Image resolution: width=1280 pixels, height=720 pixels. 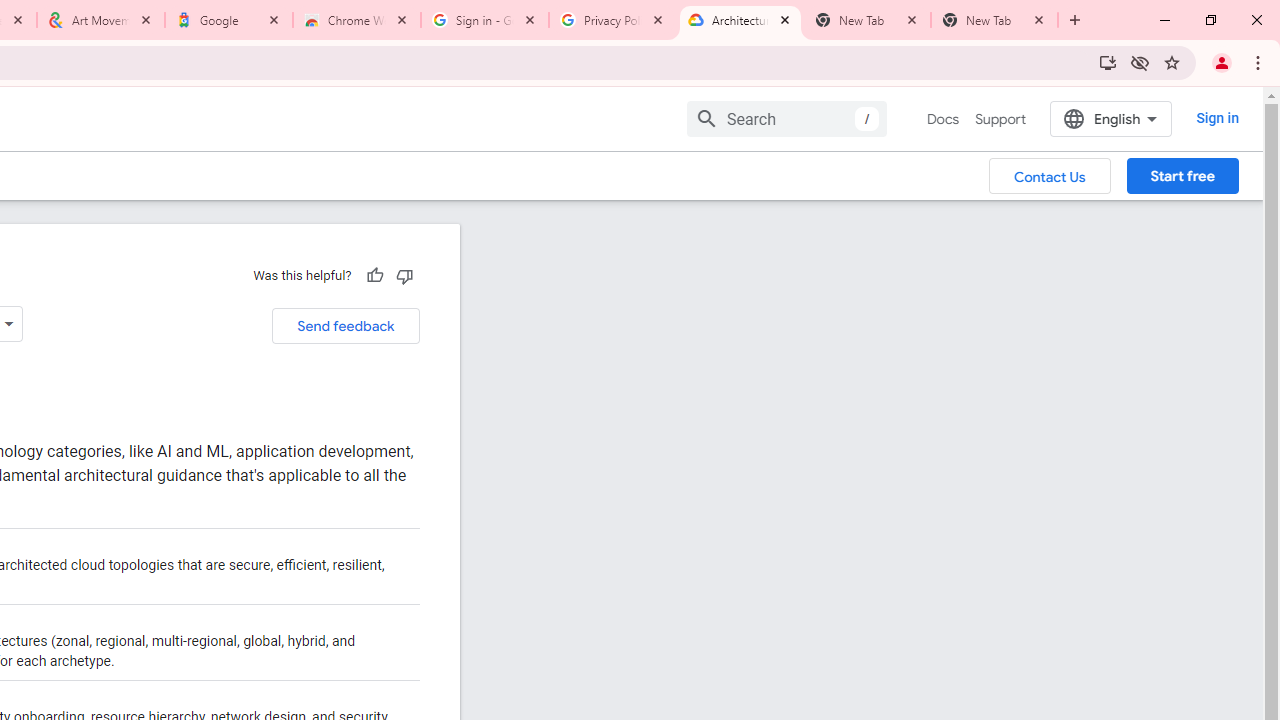 What do you see at coordinates (1110, 118) in the screenshot?
I see `'English'` at bounding box center [1110, 118].